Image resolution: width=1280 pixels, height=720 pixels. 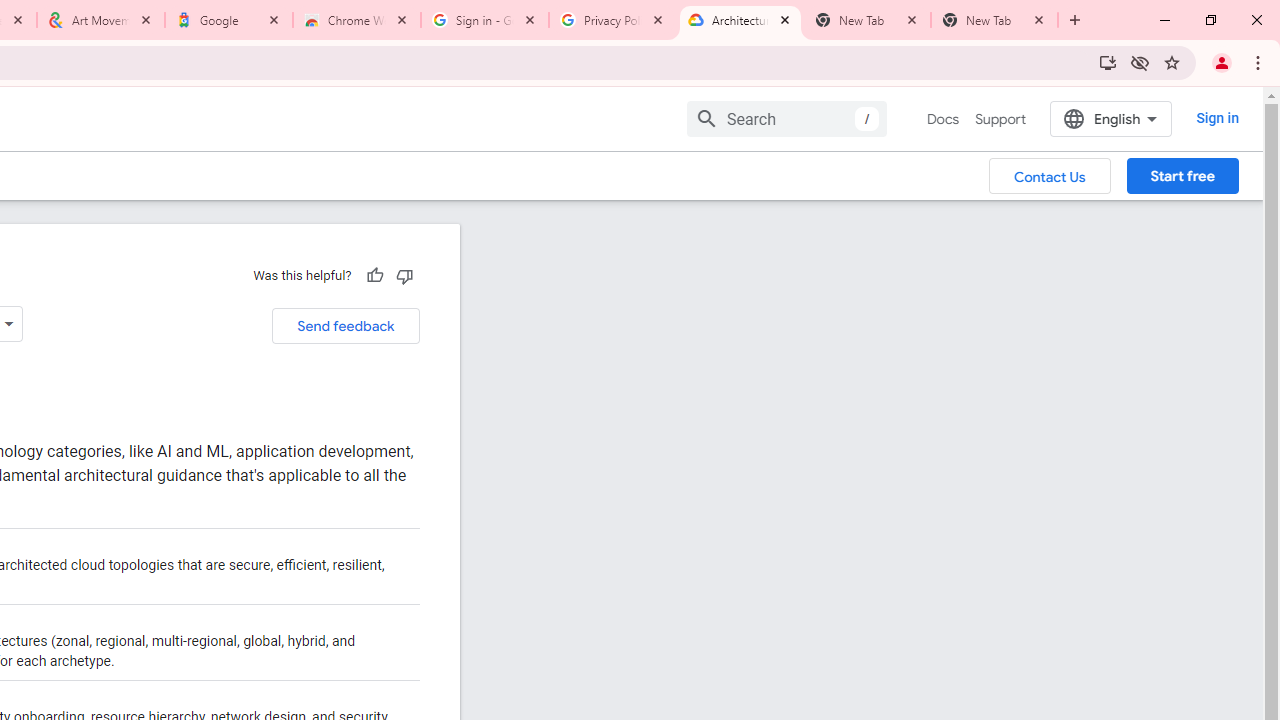 What do you see at coordinates (1110, 118) in the screenshot?
I see `'English'` at bounding box center [1110, 118].